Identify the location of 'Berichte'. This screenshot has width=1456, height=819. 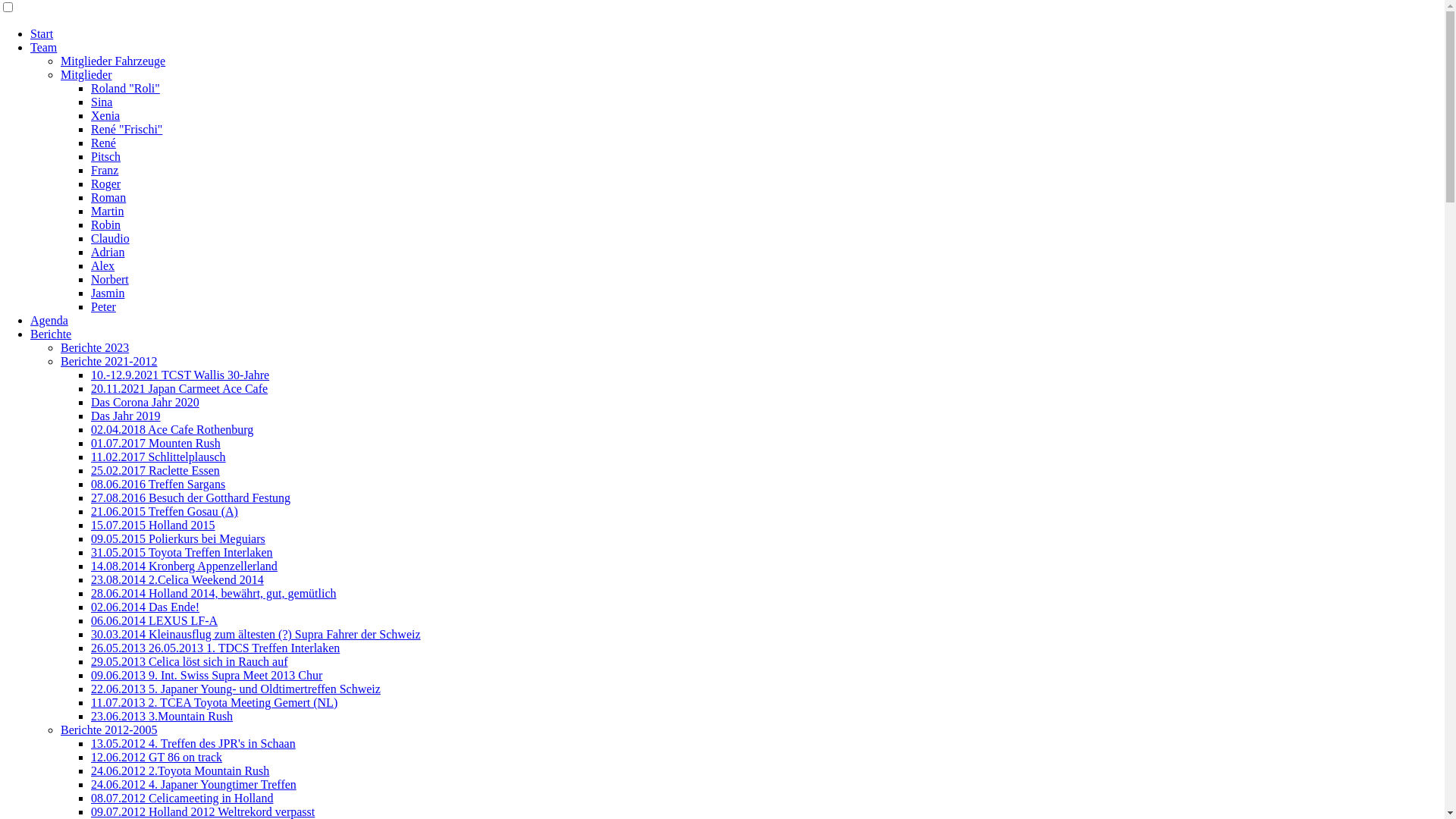
(51, 333).